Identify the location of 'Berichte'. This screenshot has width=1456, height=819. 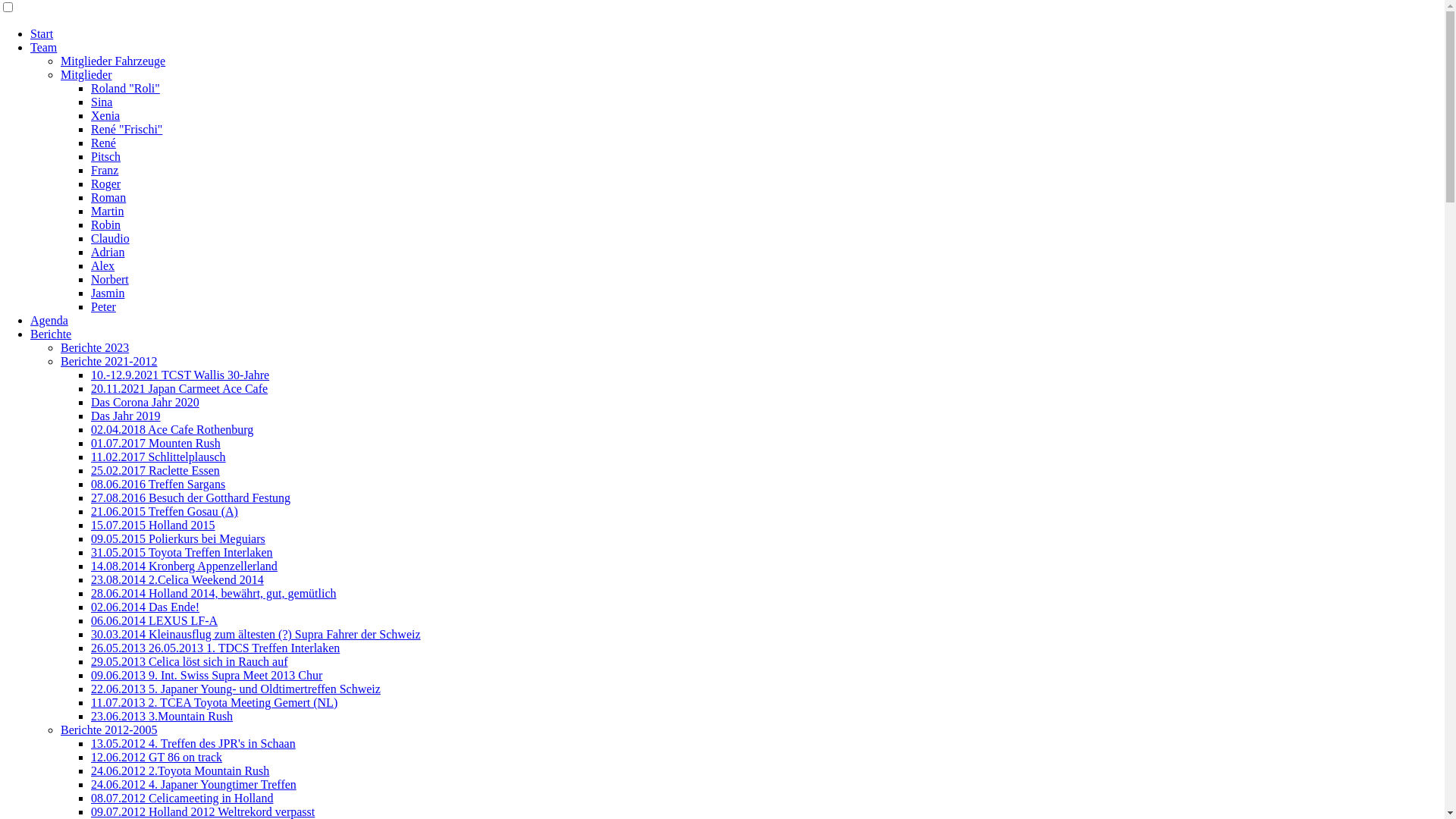
(51, 333).